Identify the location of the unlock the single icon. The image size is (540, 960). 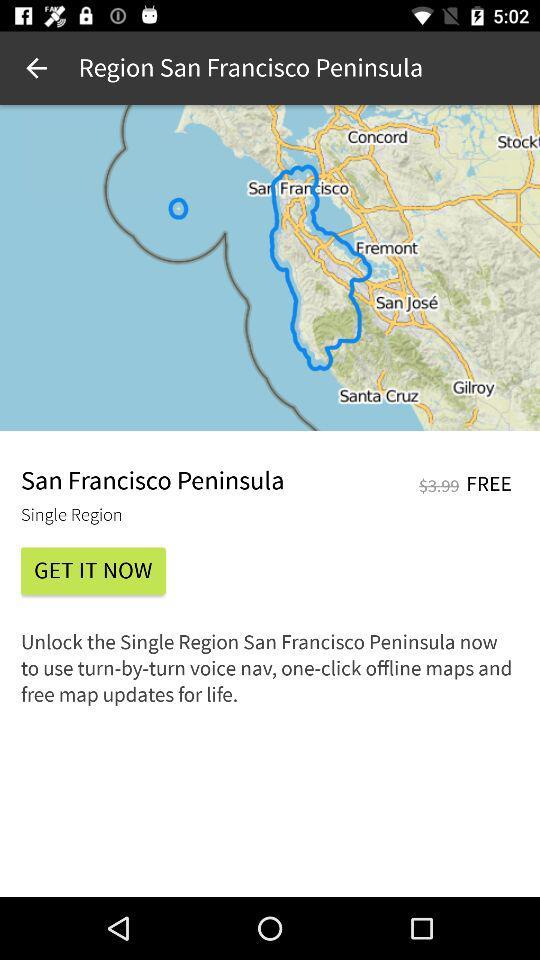
(270, 675).